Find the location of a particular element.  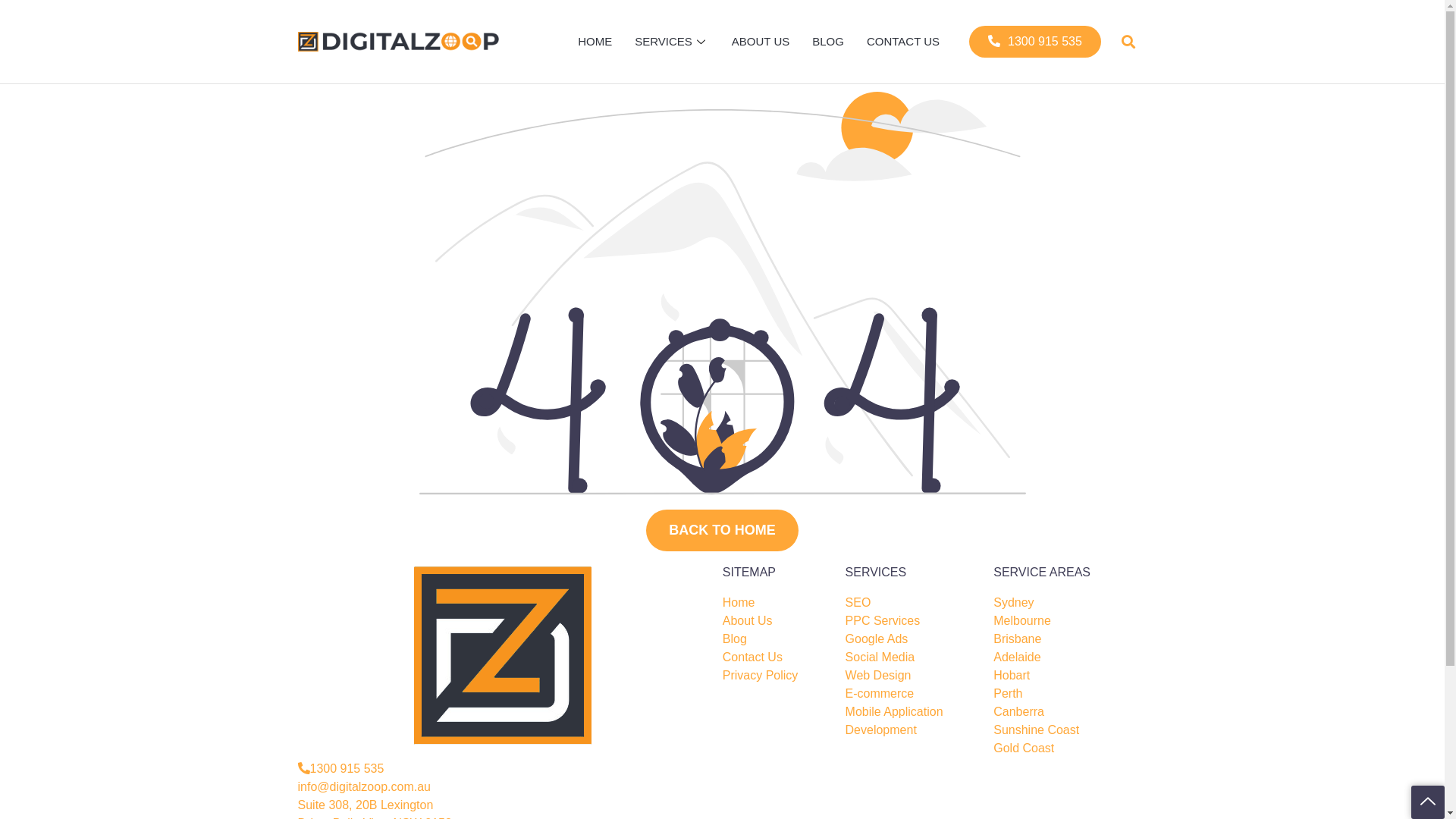

'info@digitalzoop.com.au' is located at coordinates (362, 786).